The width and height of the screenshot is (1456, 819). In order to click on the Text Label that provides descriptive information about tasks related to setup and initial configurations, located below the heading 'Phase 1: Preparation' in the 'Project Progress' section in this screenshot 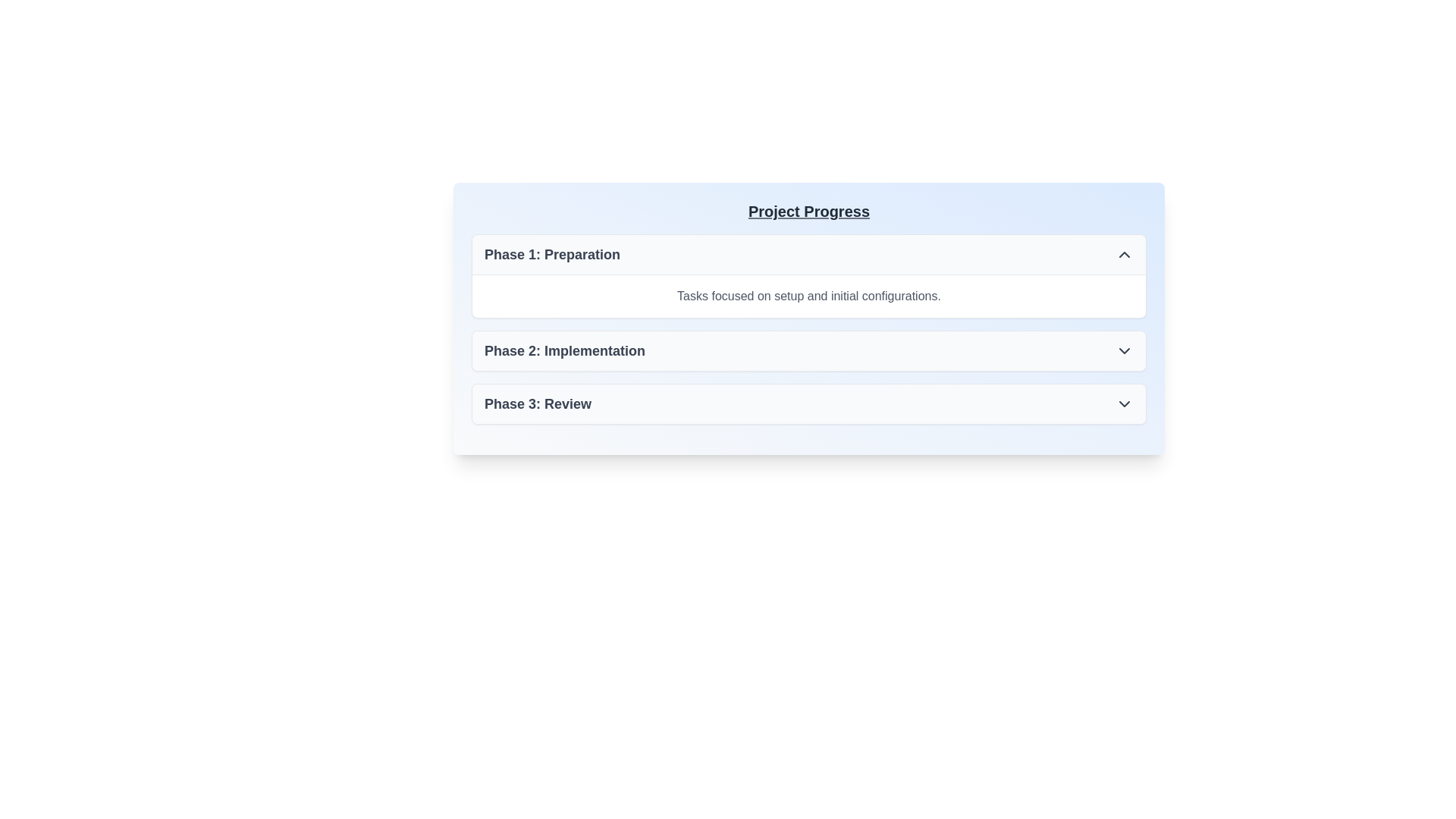, I will do `click(808, 296)`.